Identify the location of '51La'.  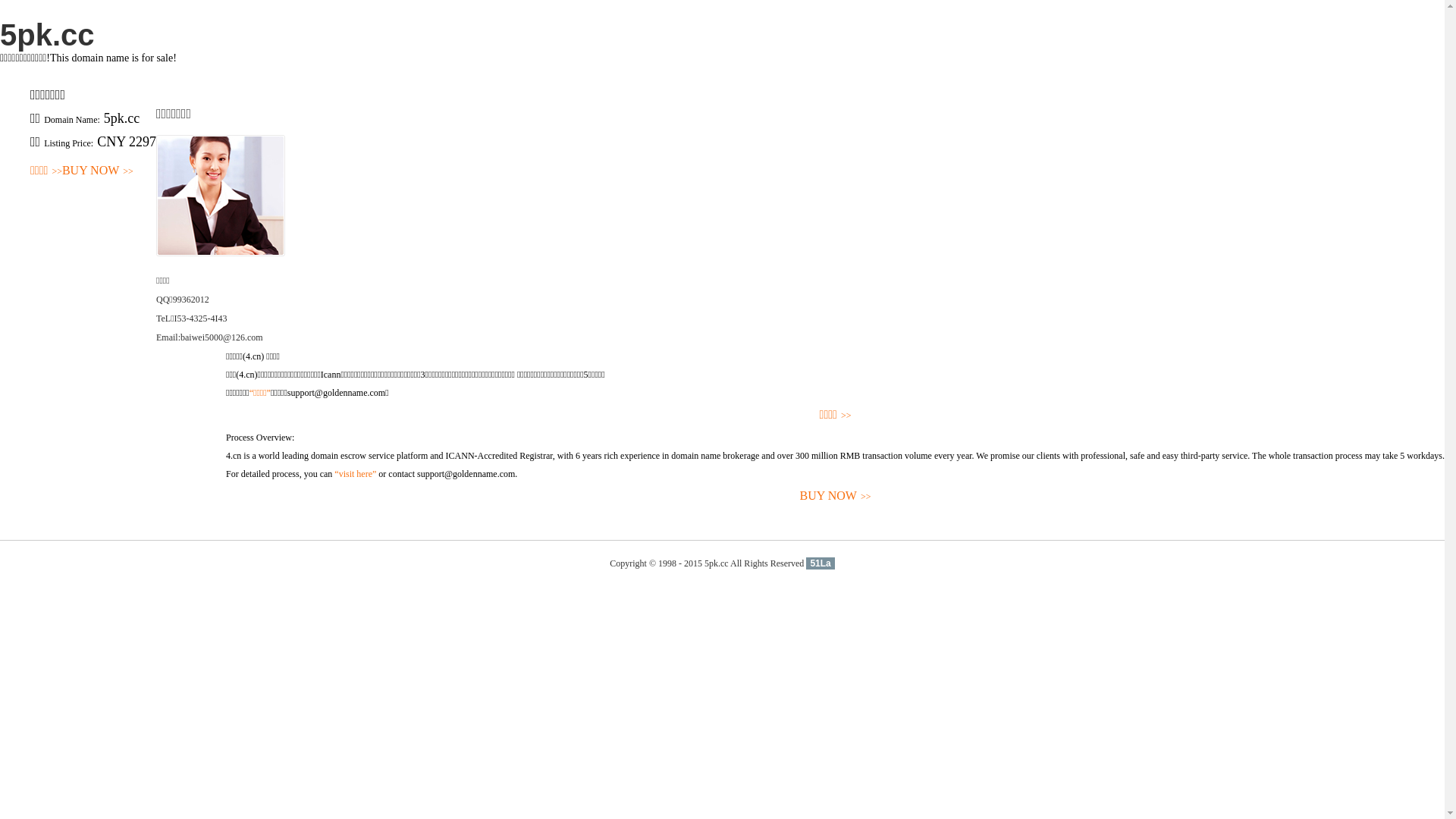
(819, 563).